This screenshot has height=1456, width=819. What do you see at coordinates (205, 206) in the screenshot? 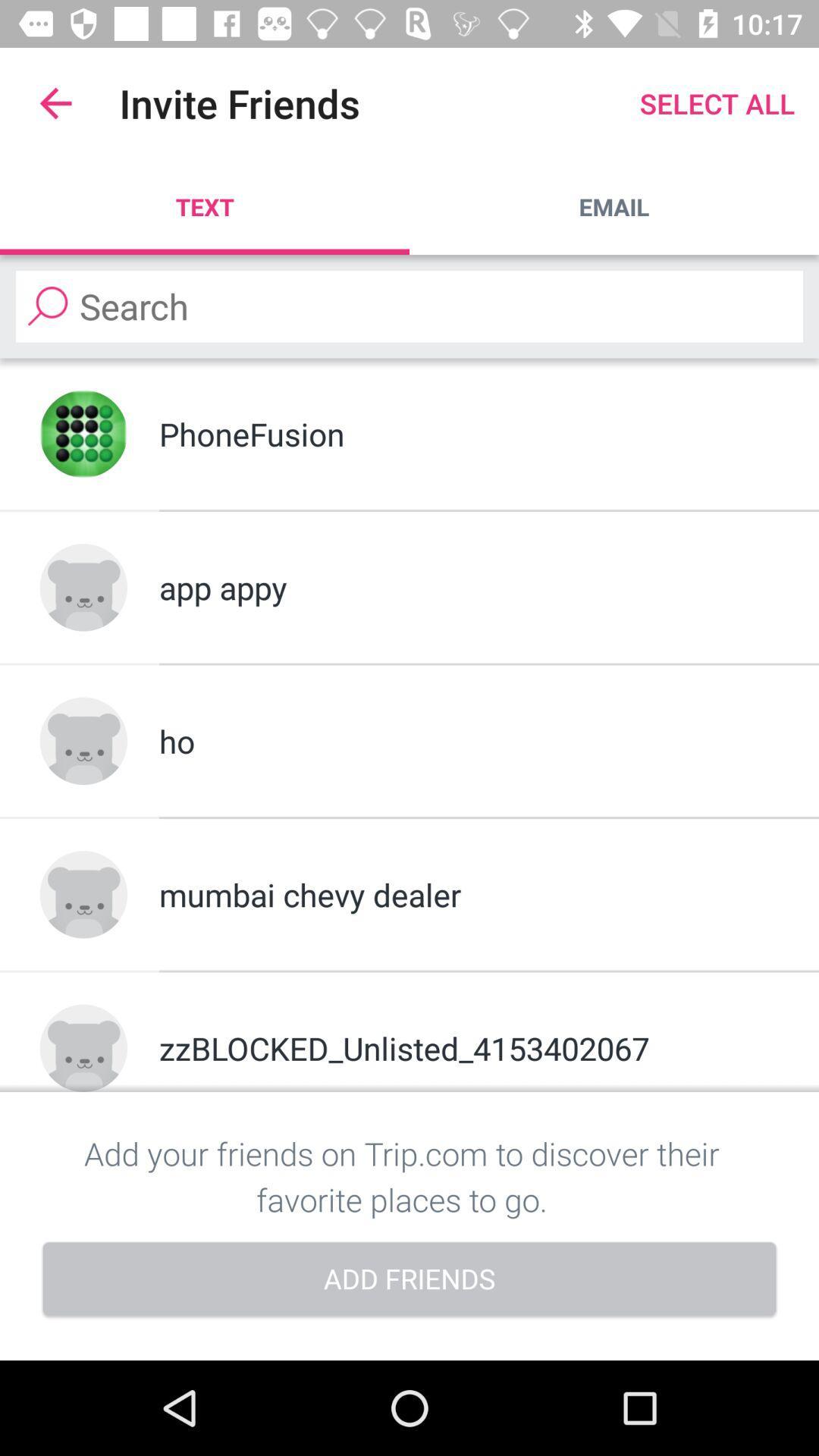
I see `the text item` at bounding box center [205, 206].